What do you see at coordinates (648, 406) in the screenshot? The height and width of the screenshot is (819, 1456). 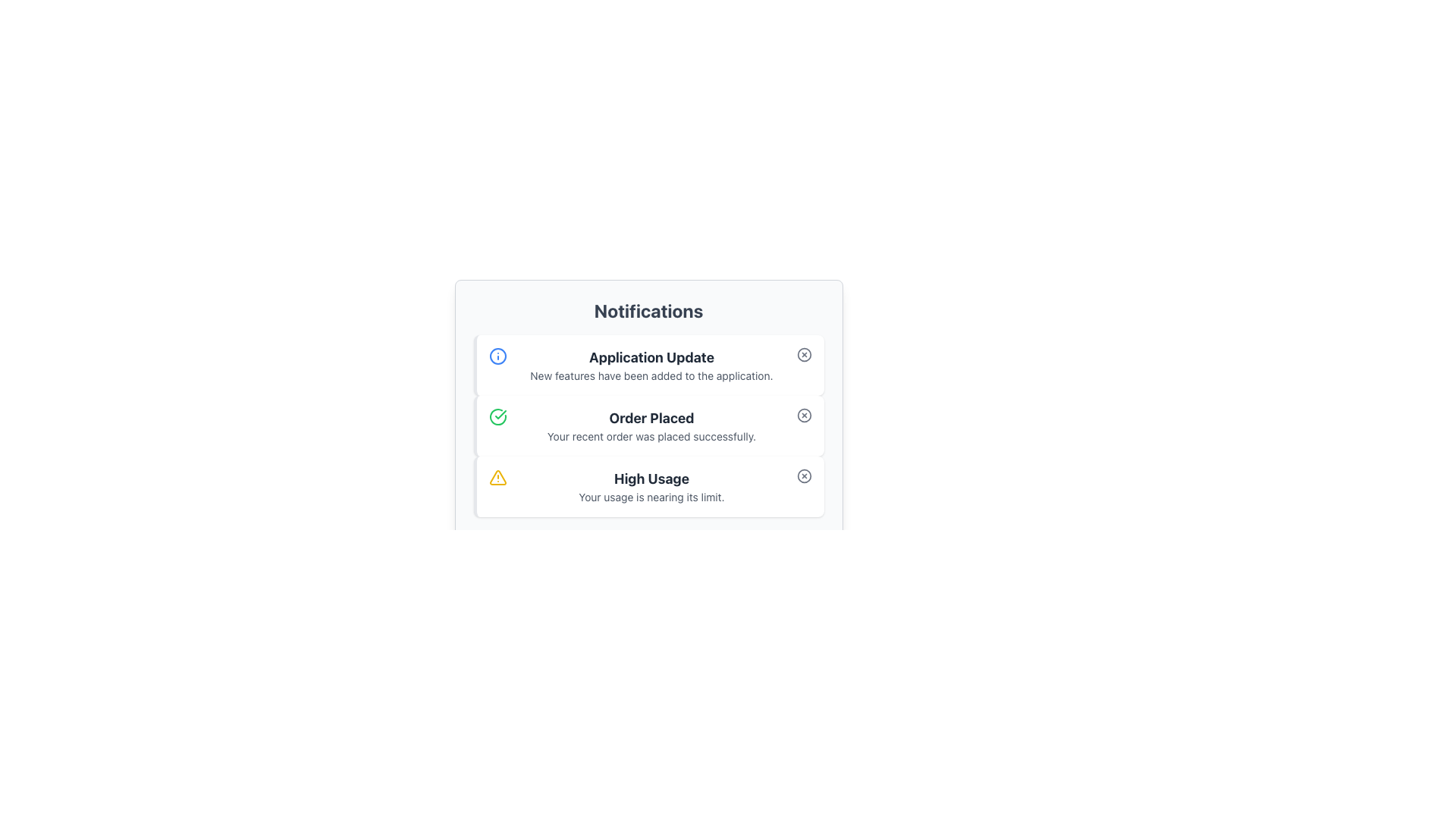 I see `the Notification block that indicates a successful order placement, located centrally below the 'Notifications' title and positioned between 'Application Update' and 'High Usage'` at bounding box center [648, 406].